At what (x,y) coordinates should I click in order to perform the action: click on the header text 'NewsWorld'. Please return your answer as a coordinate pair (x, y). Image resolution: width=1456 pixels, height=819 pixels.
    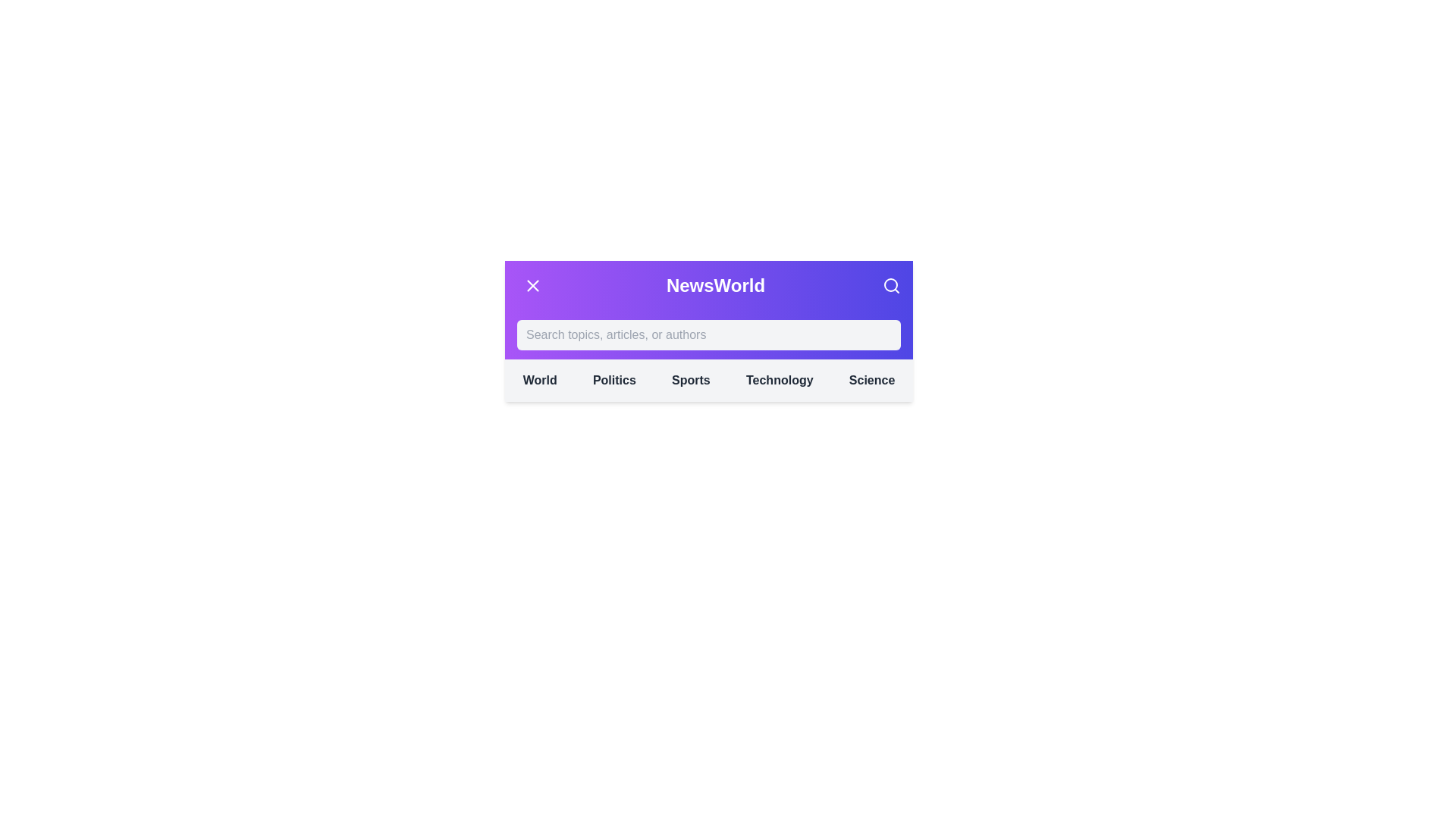
    Looking at the image, I should click on (715, 286).